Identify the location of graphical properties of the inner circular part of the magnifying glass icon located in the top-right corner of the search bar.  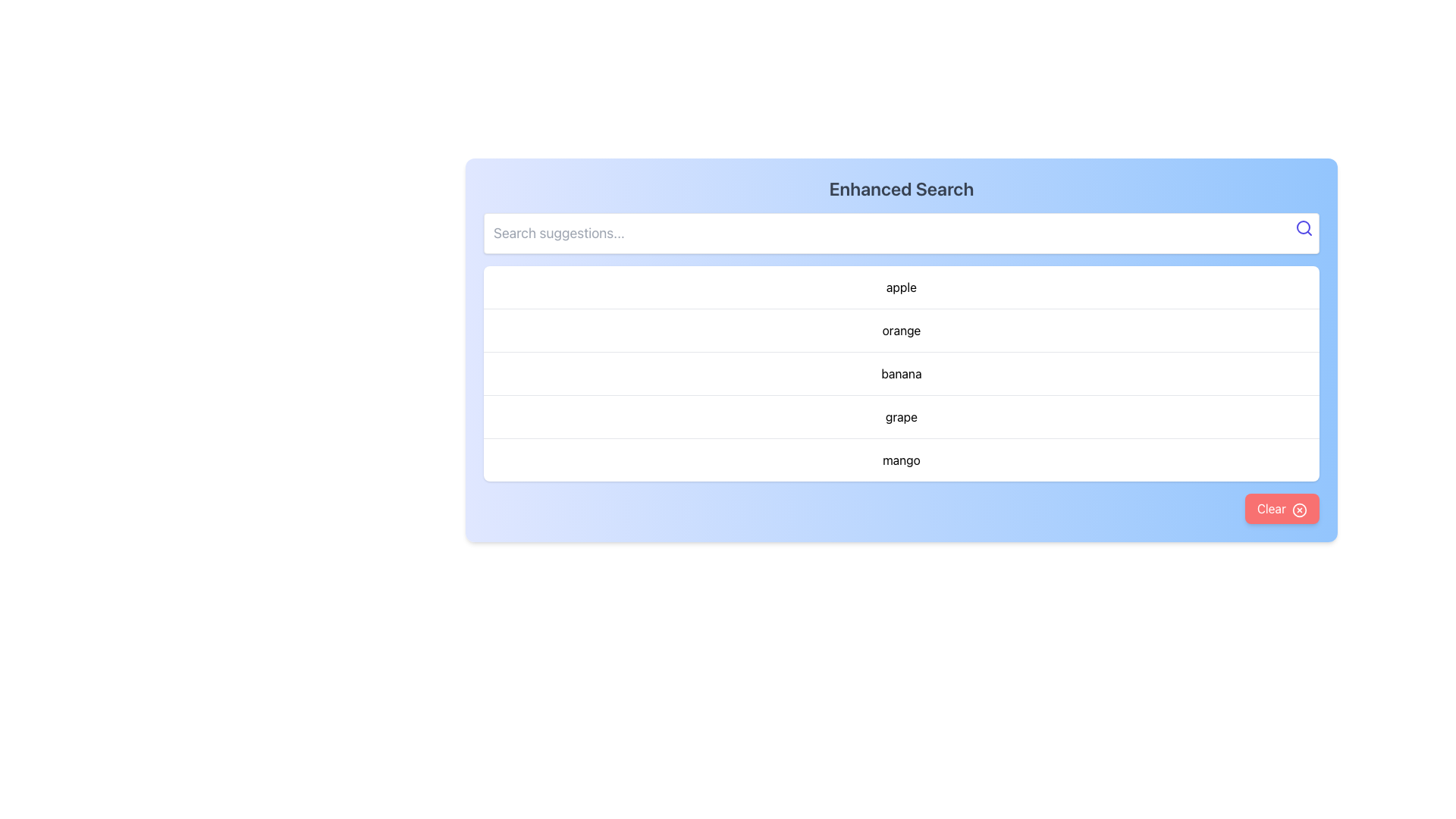
(1302, 227).